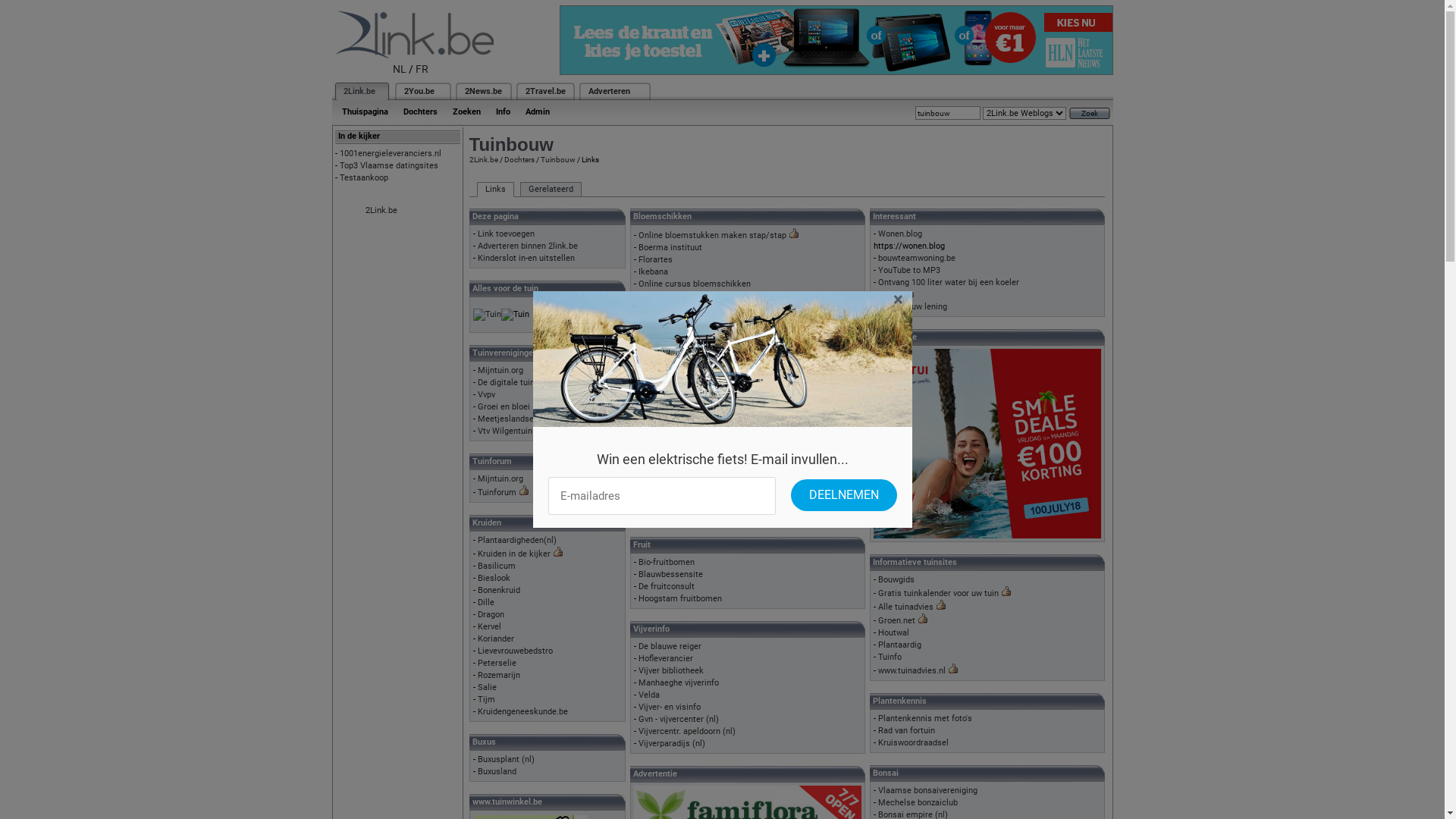 The height and width of the screenshot is (819, 1456). What do you see at coordinates (364, 111) in the screenshot?
I see `'Thuispagina'` at bounding box center [364, 111].